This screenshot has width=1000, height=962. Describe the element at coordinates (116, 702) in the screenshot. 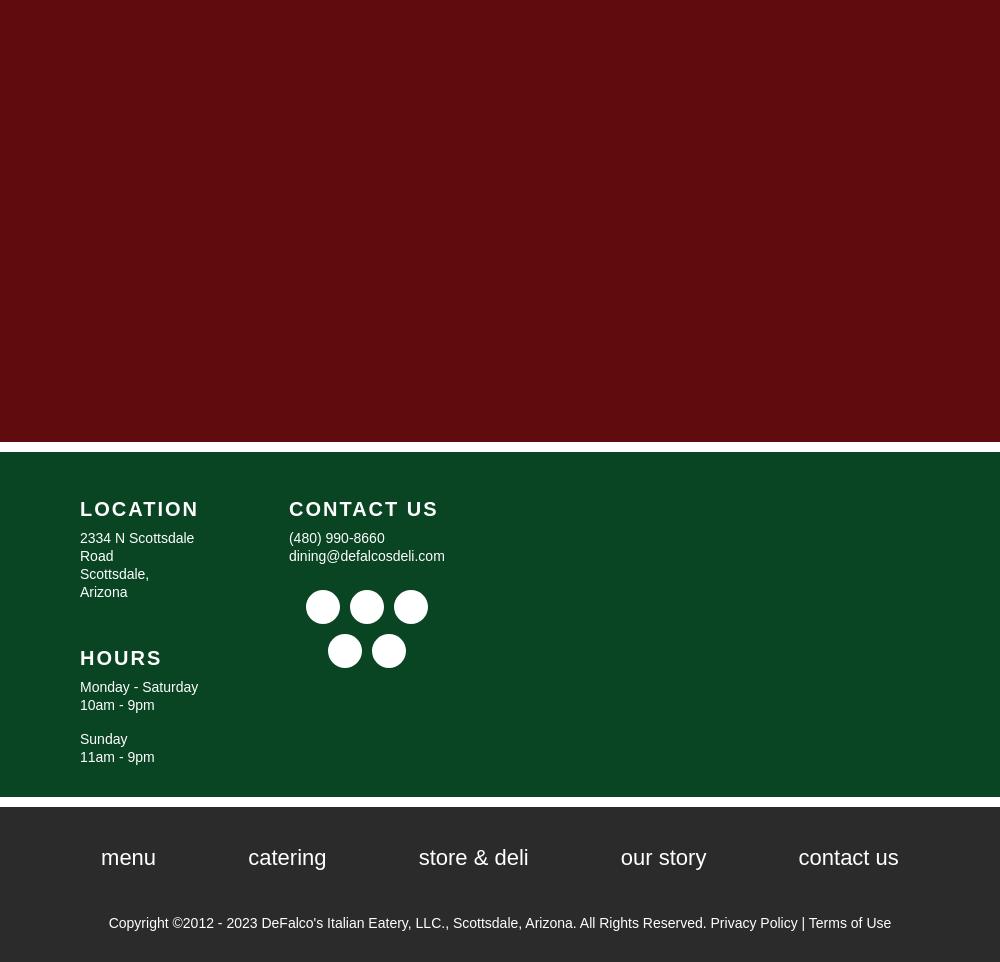

I see `'10am - 9pm'` at that location.